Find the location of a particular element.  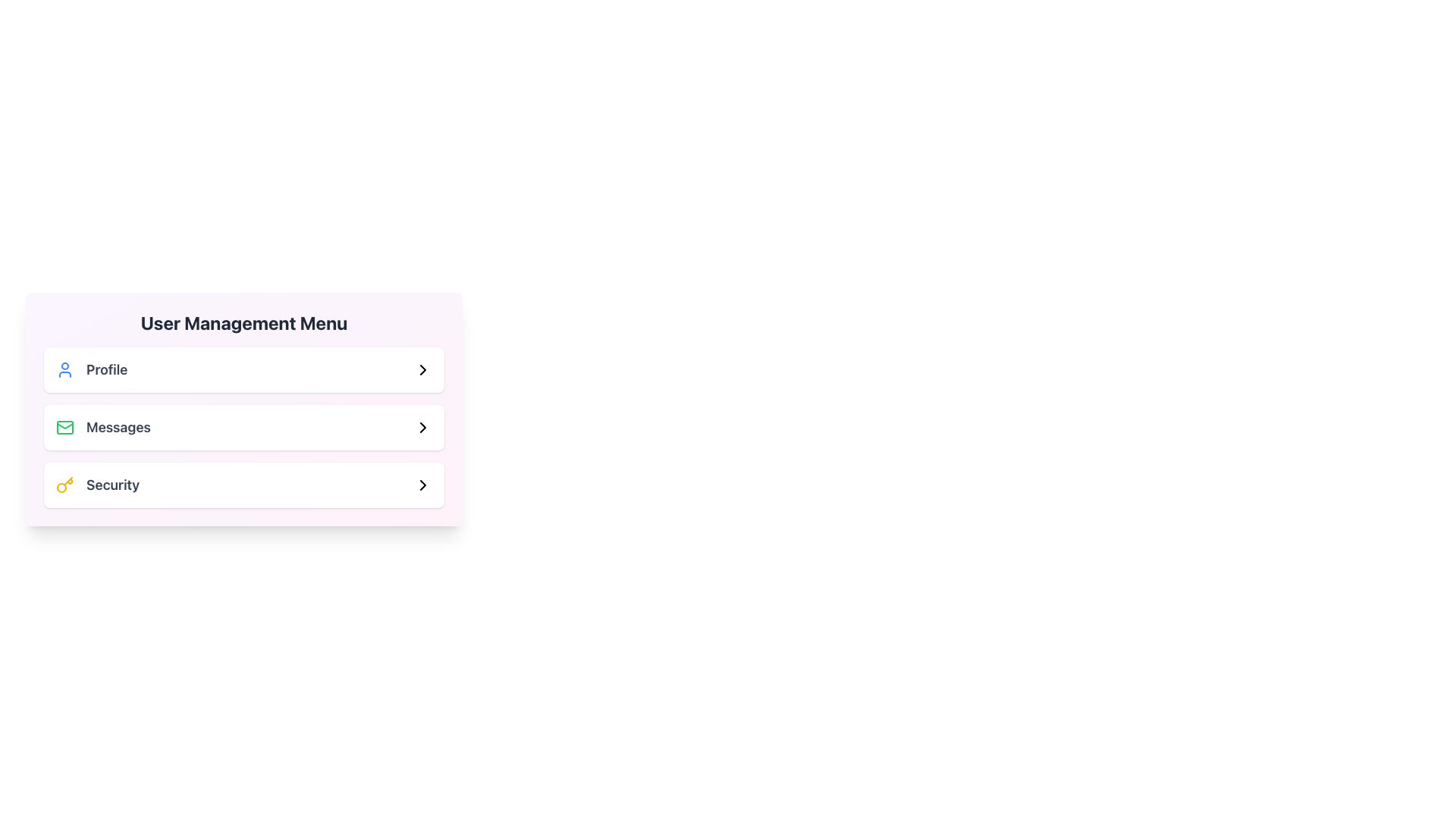

the 'Profile' menu item is located at coordinates (91, 370).